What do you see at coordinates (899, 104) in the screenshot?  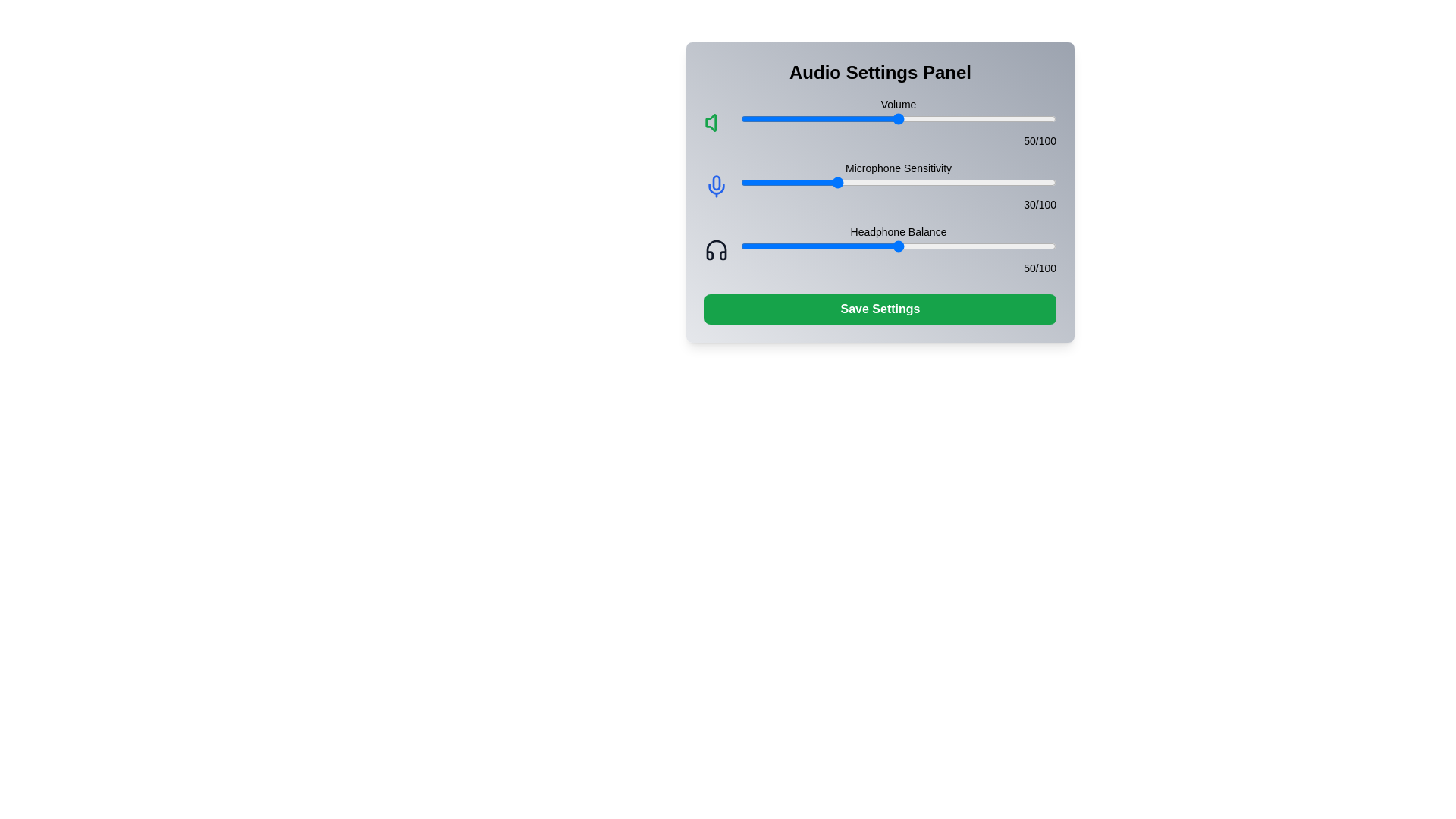 I see `the descriptive label indicating the volume setting, which is located in the top section of the audio settings panel and displays the text '50/100'` at bounding box center [899, 104].